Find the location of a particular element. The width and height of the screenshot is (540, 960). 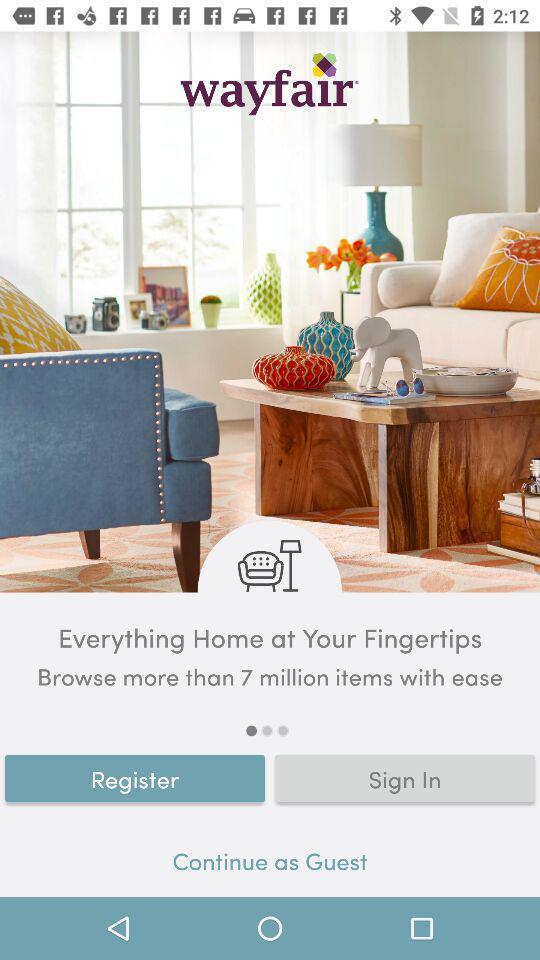

register item is located at coordinates (135, 777).